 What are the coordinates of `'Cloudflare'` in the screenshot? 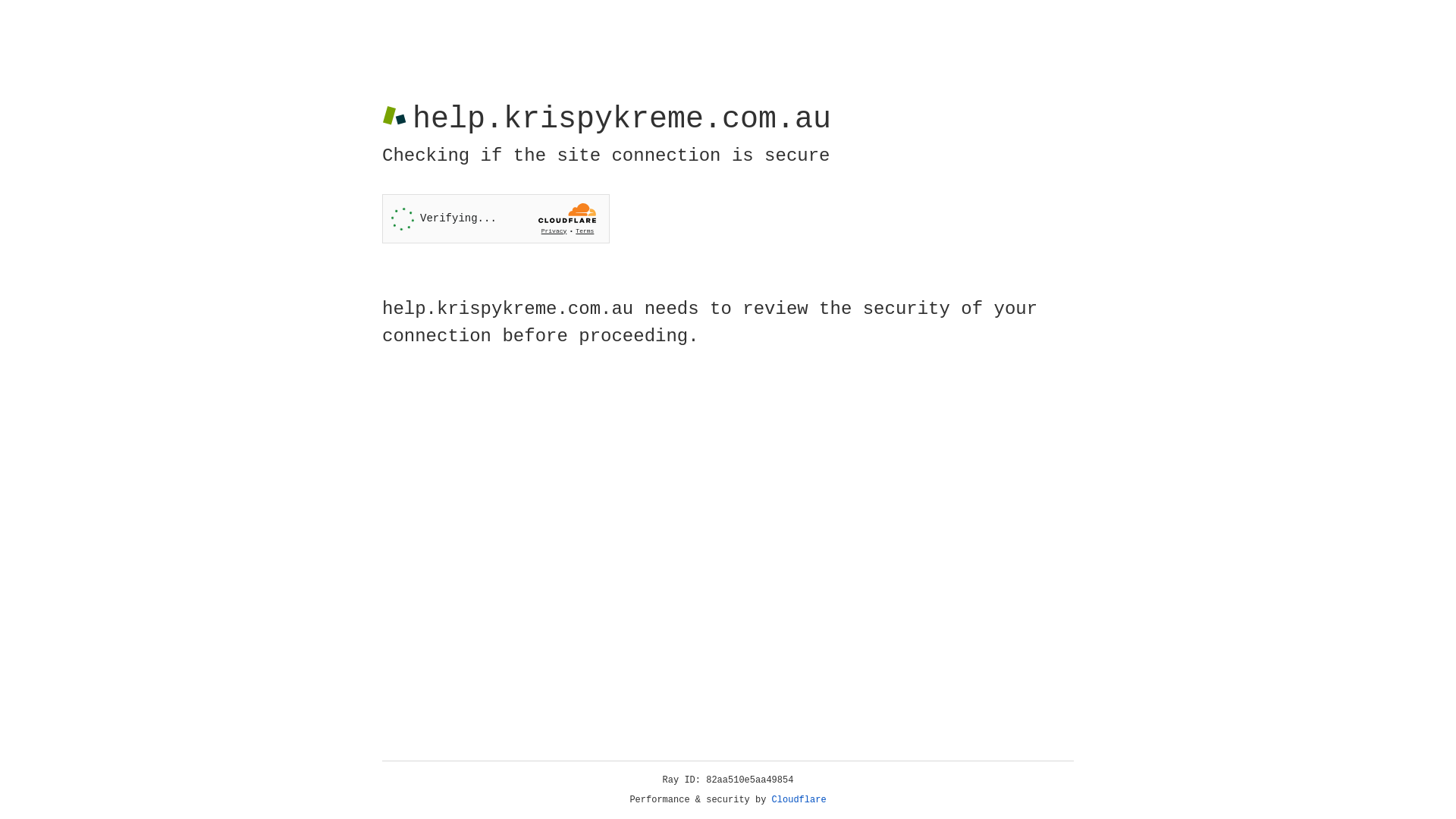 It's located at (799, 799).